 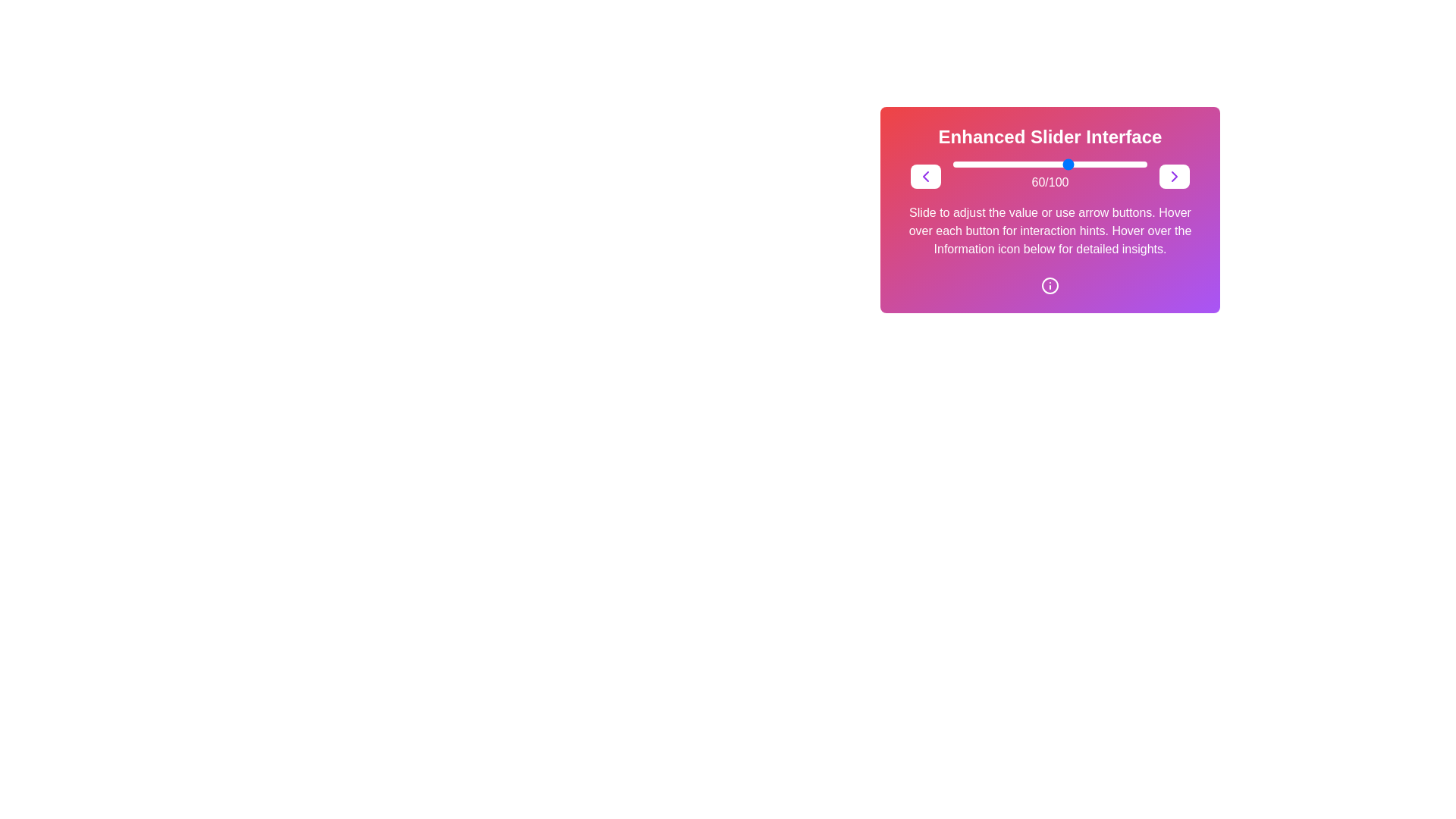 What do you see at coordinates (1103, 164) in the screenshot?
I see `the slider` at bounding box center [1103, 164].